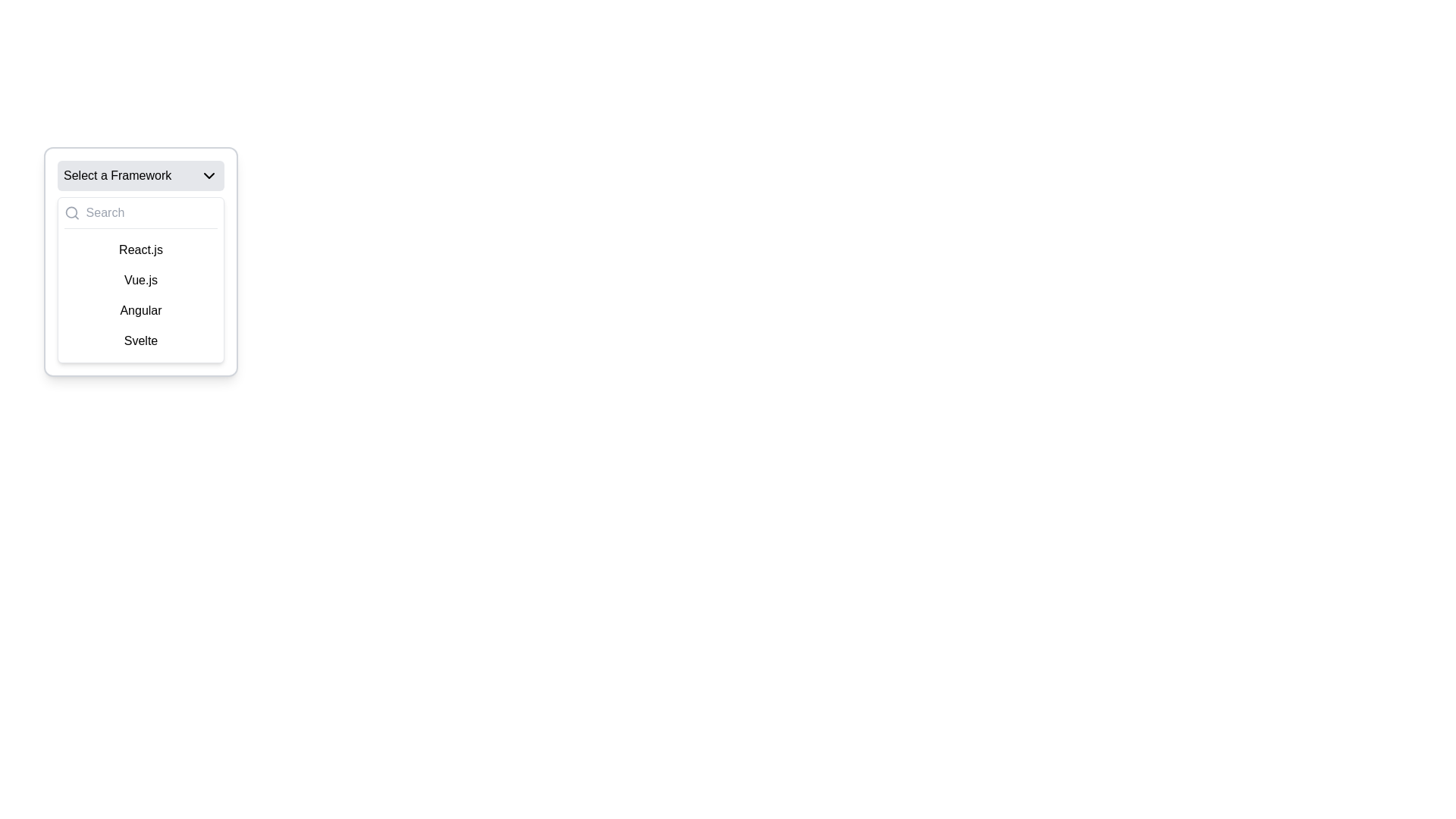 Image resolution: width=1456 pixels, height=819 pixels. Describe the element at coordinates (117, 174) in the screenshot. I see `the label indicating the selection category for the dropdown menu, located to the left of the chevron-down icon button` at that location.